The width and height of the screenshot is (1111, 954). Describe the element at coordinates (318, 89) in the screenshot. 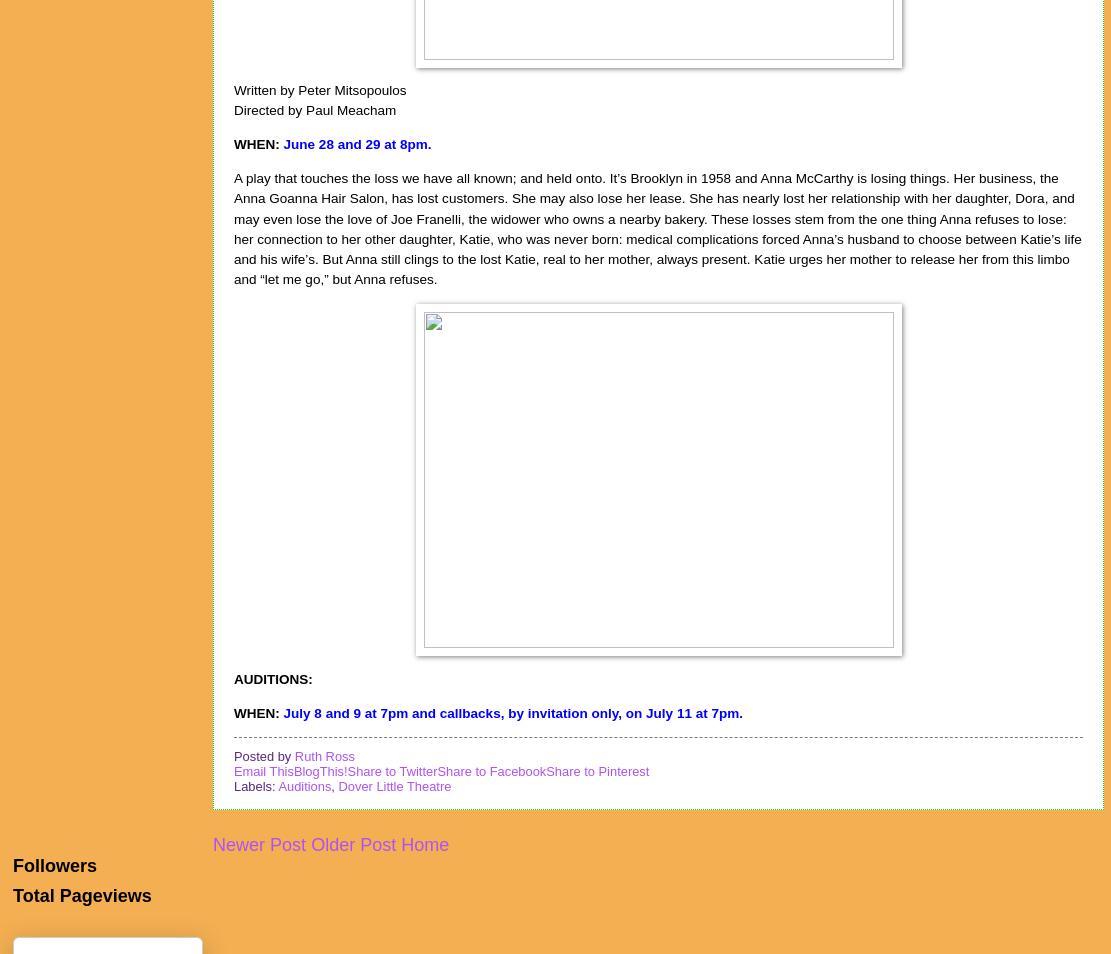

I see `'Written by Peter Mitsopoulos'` at that location.